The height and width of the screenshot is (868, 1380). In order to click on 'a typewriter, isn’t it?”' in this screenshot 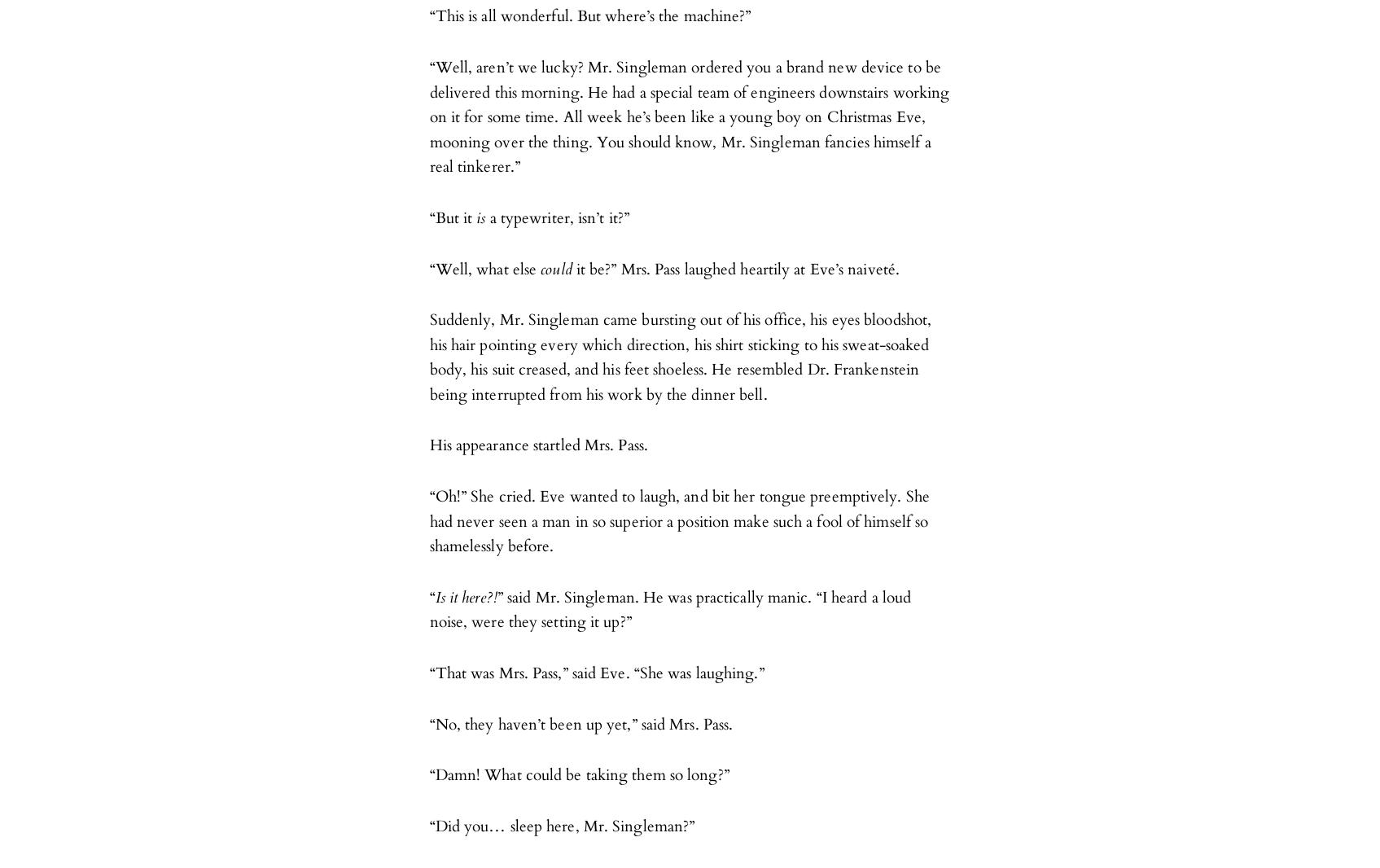, I will do `click(557, 217)`.